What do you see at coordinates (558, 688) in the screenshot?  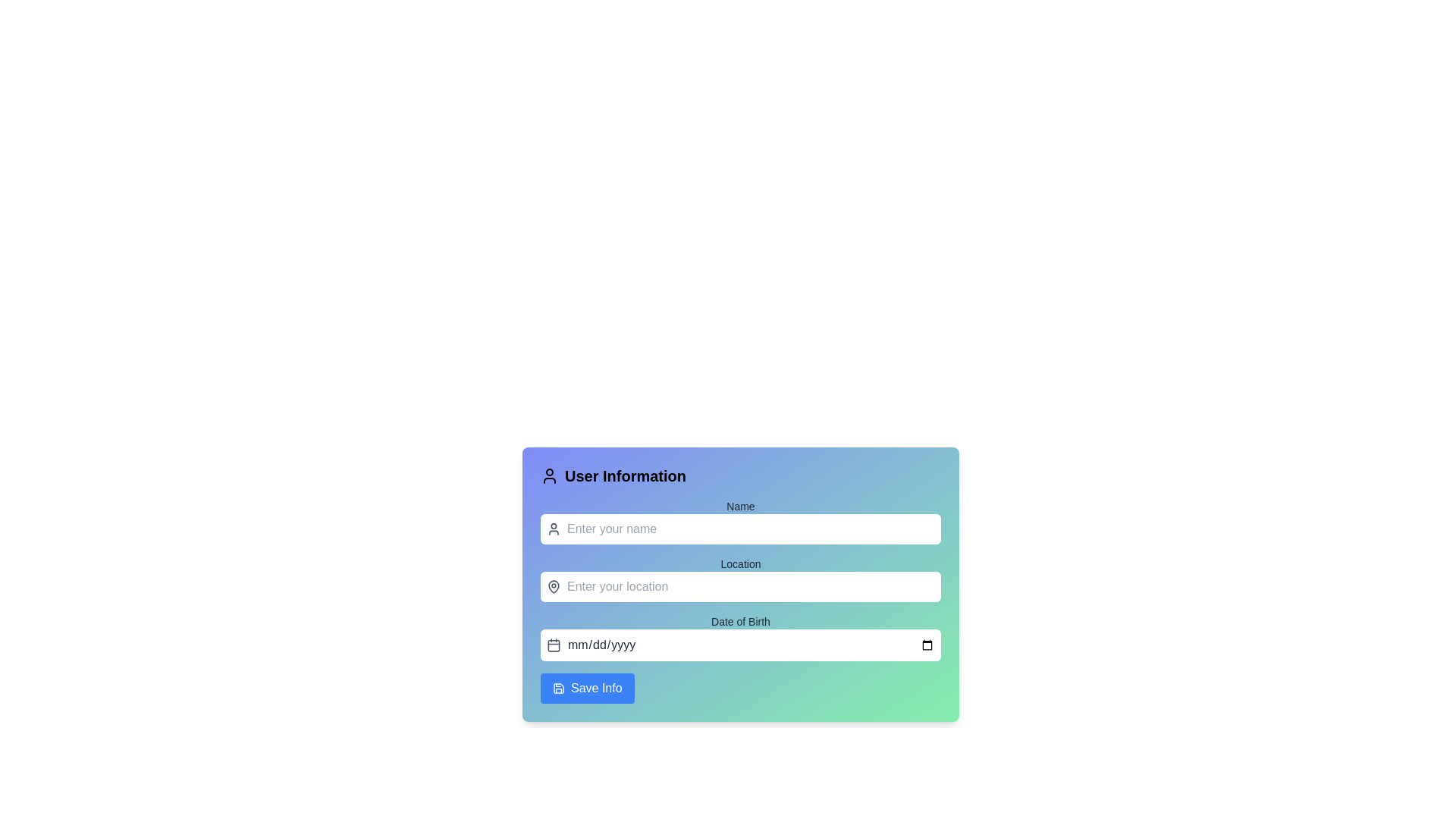 I see `the floppy disk icon located within the blue 'Save Info' button at the bottom of the user information form` at bounding box center [558, 688].